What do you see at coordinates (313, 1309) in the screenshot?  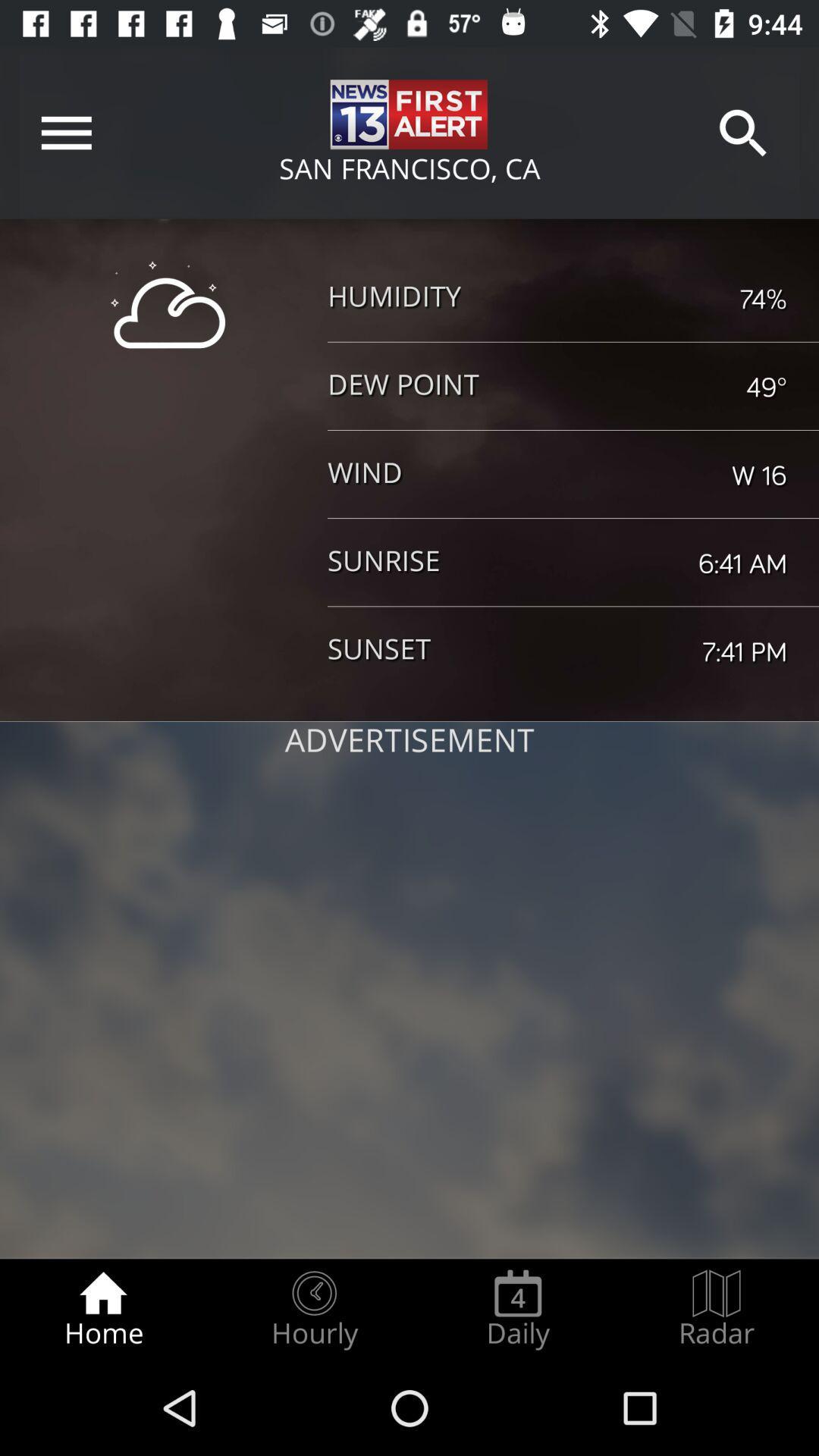 I see `icon next to home` at bounding box center [313, 1309].